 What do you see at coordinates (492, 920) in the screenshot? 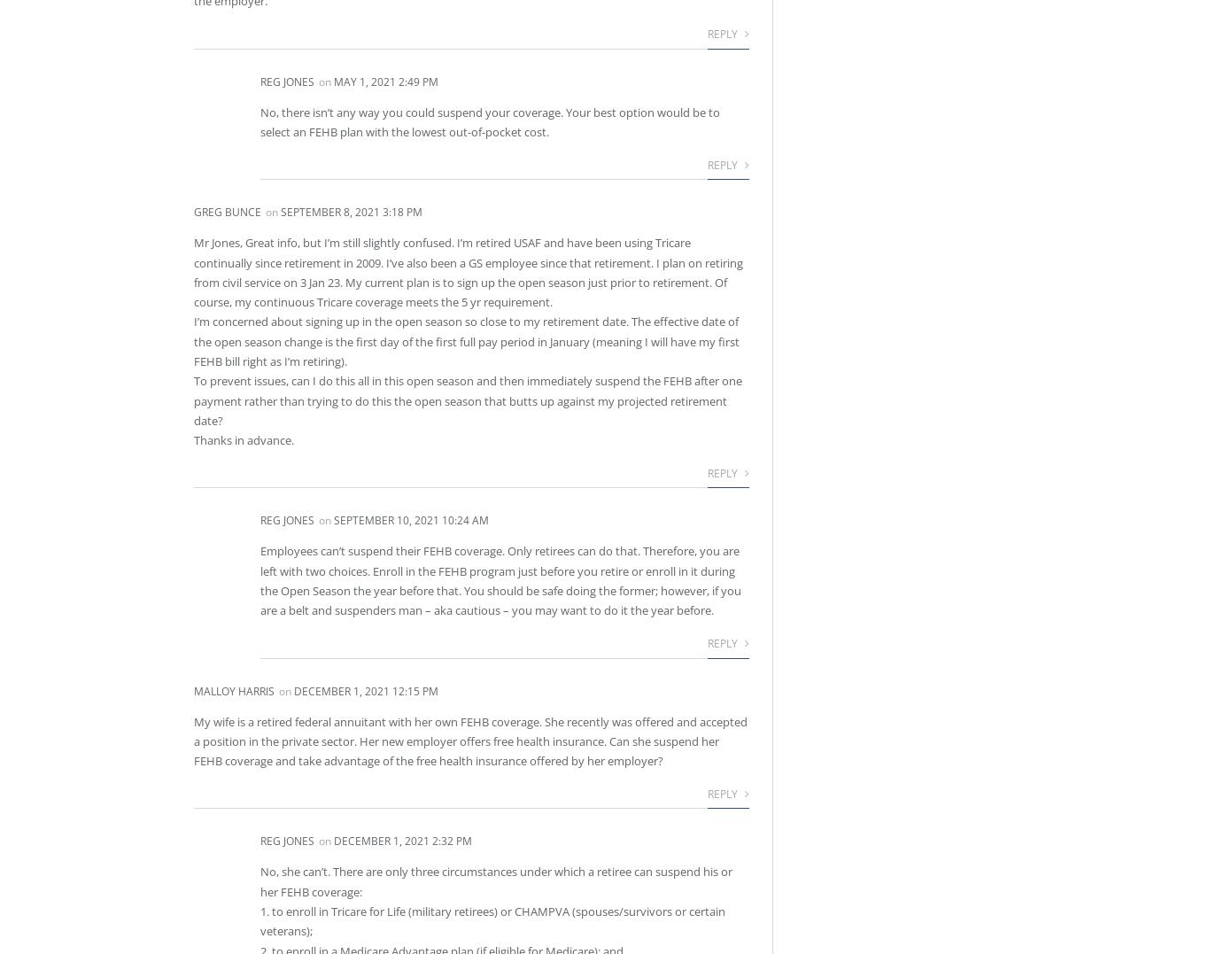
I see `'1. to enroll in Tricare for Life (military retirees) or CHAMPVA (spouses/survivors or certain veterans);'` at bounding box center [492, 920].